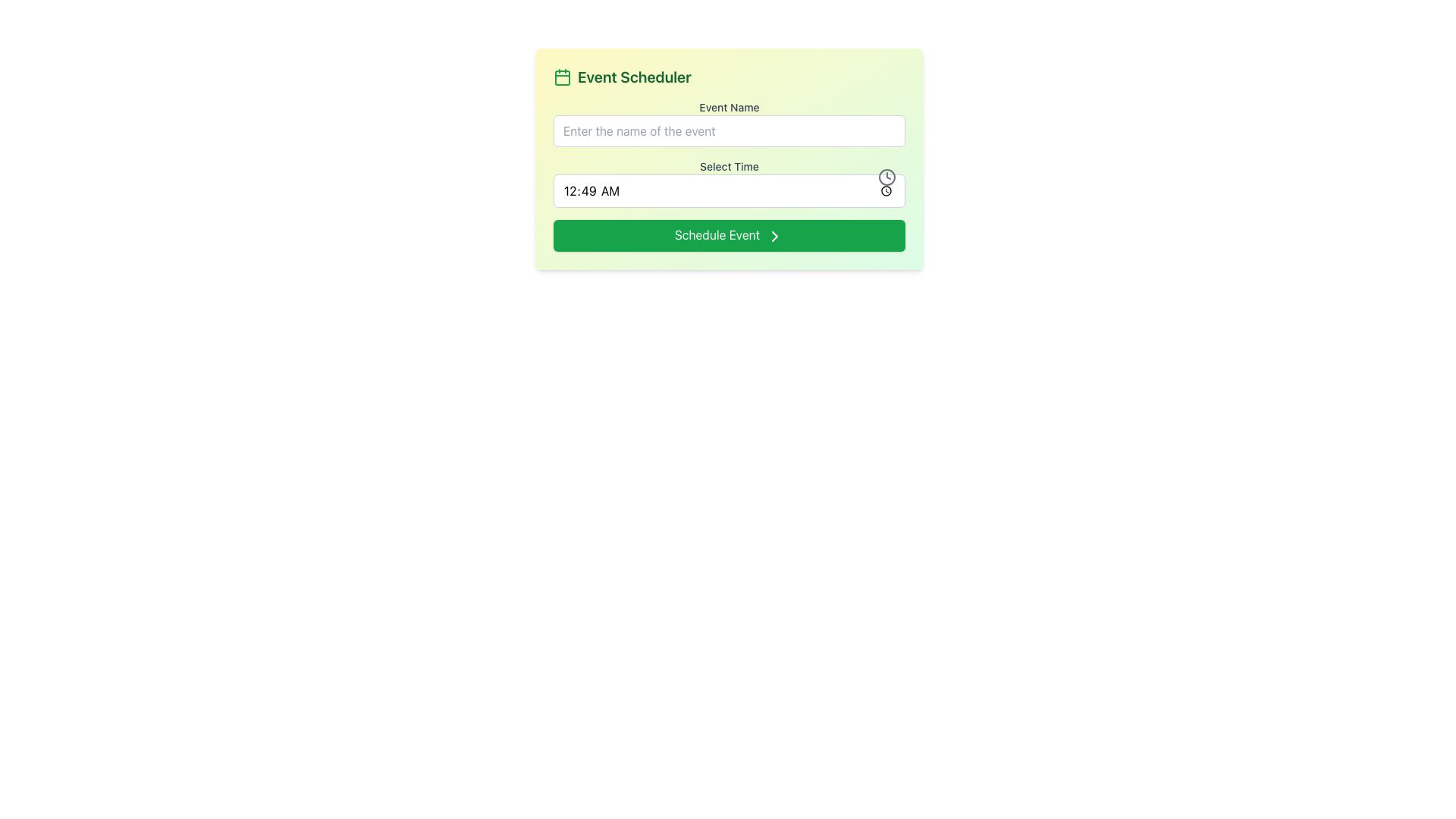 The image size is (1456, 819). I want to click on the label element that describes the 'Event Name' section, which is positioned directly above the input field for entering the event name, so click(729, 107).